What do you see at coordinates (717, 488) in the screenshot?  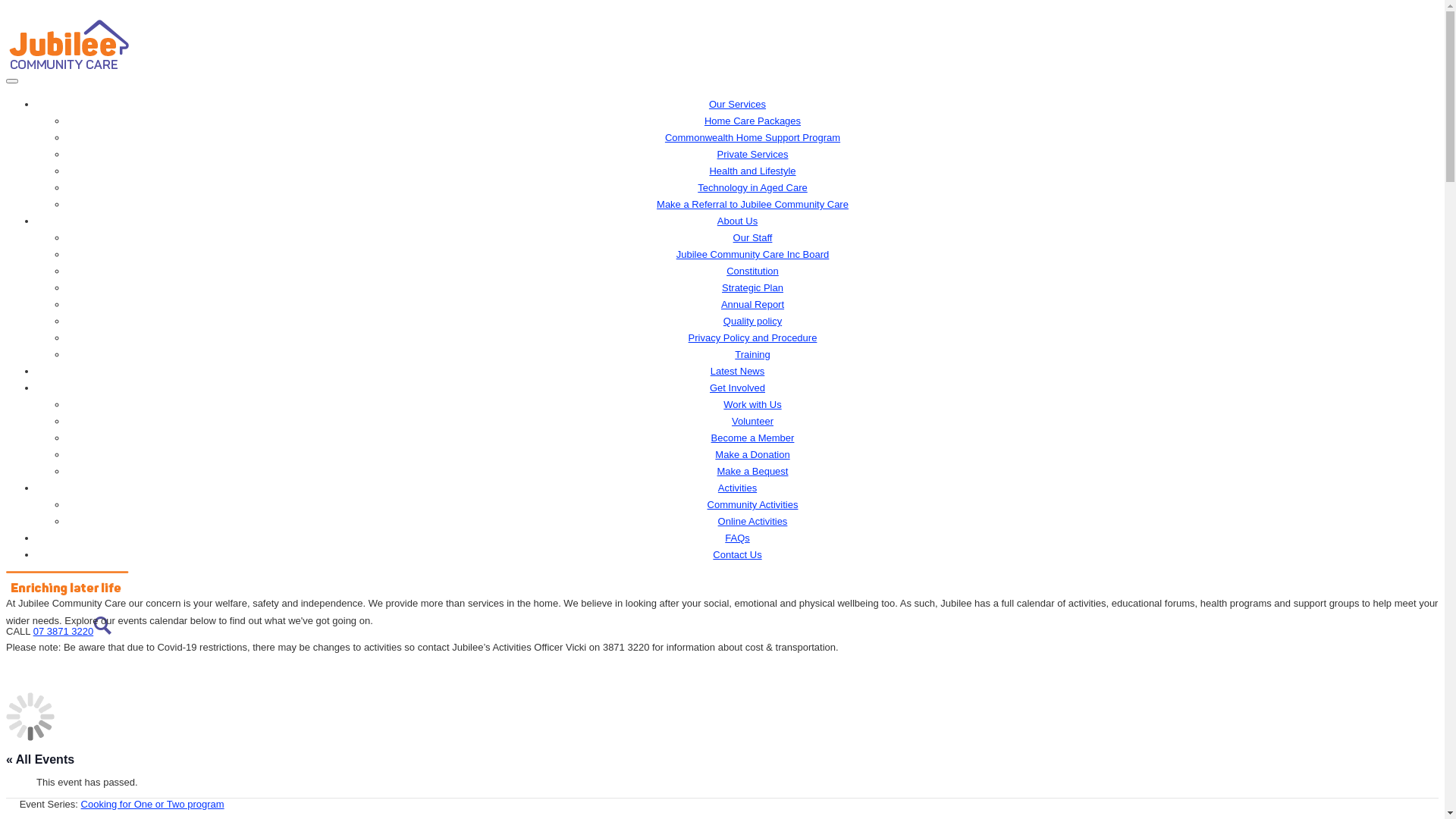 I see `'Activities'` at bounding box center [717, 488].